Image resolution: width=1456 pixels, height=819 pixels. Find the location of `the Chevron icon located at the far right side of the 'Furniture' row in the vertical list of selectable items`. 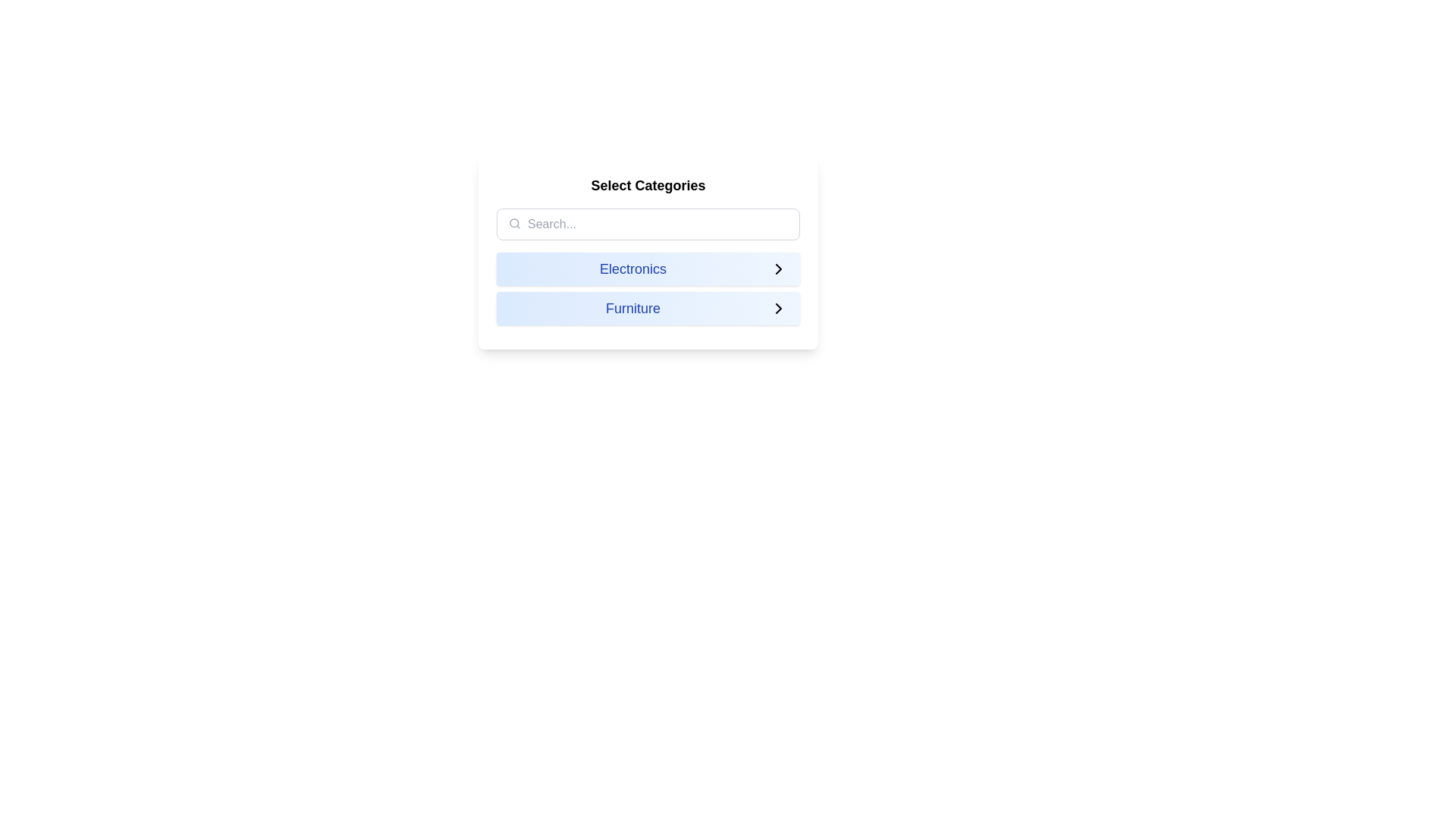

the Chevron icon located at the far right side of the 'Furniture' row in the vertical list of selectable items is located at coordinates (779, 308).